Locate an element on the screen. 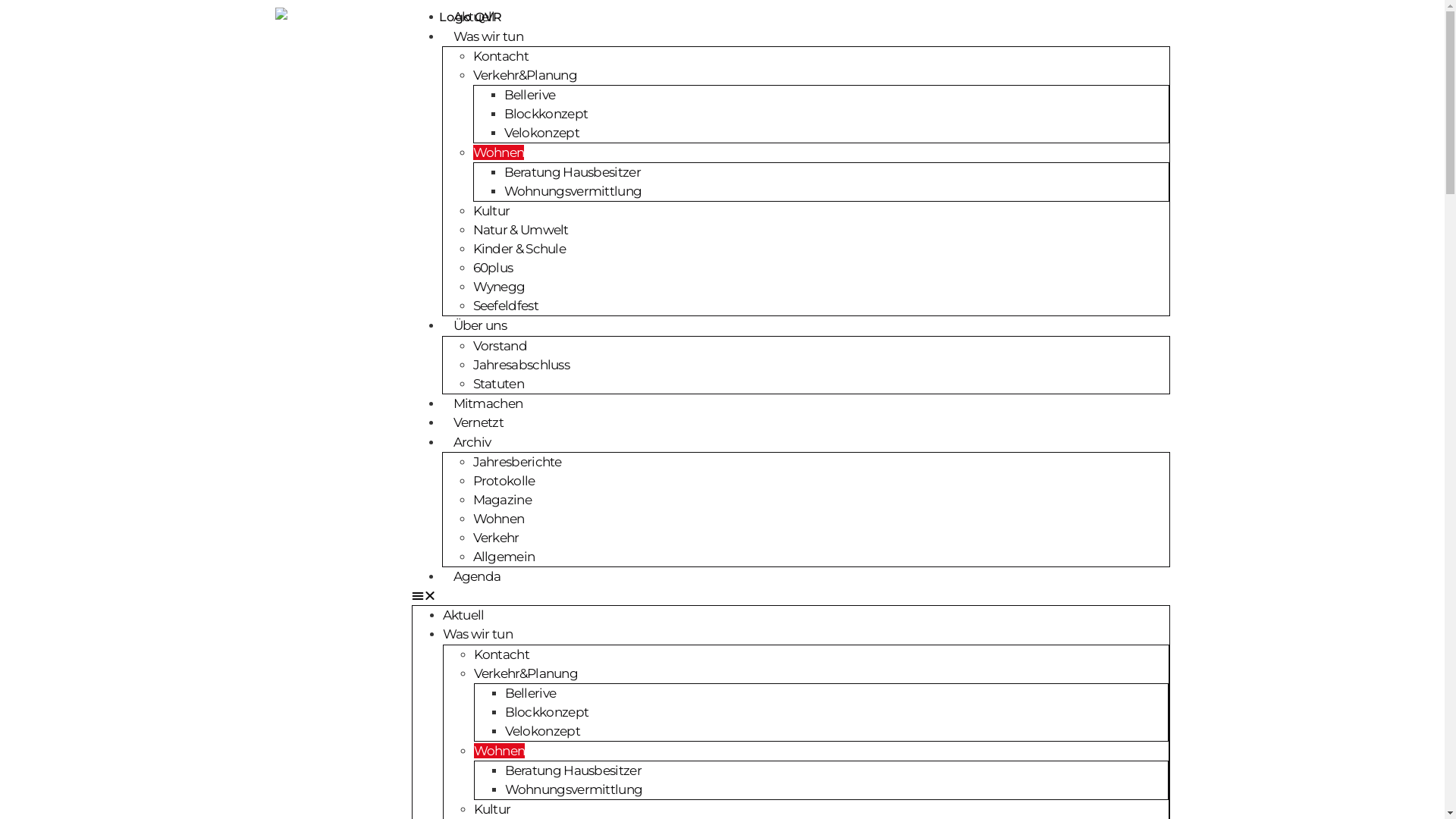 The image size is (1456, 819). 'Agenda' is located at coordinates (440, 576).